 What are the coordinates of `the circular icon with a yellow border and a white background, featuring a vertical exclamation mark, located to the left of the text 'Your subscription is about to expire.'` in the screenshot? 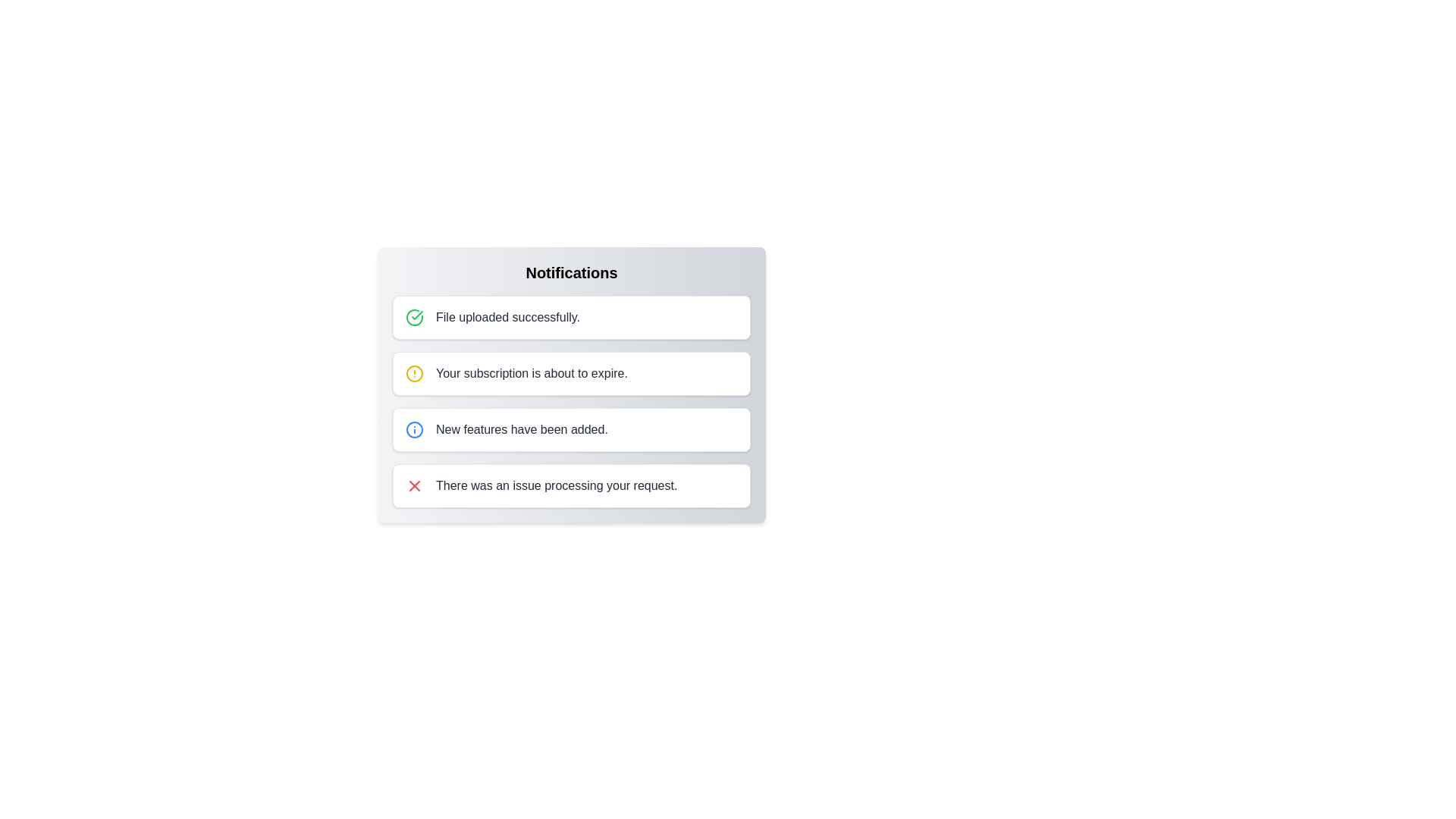 It's located at (415, 374).